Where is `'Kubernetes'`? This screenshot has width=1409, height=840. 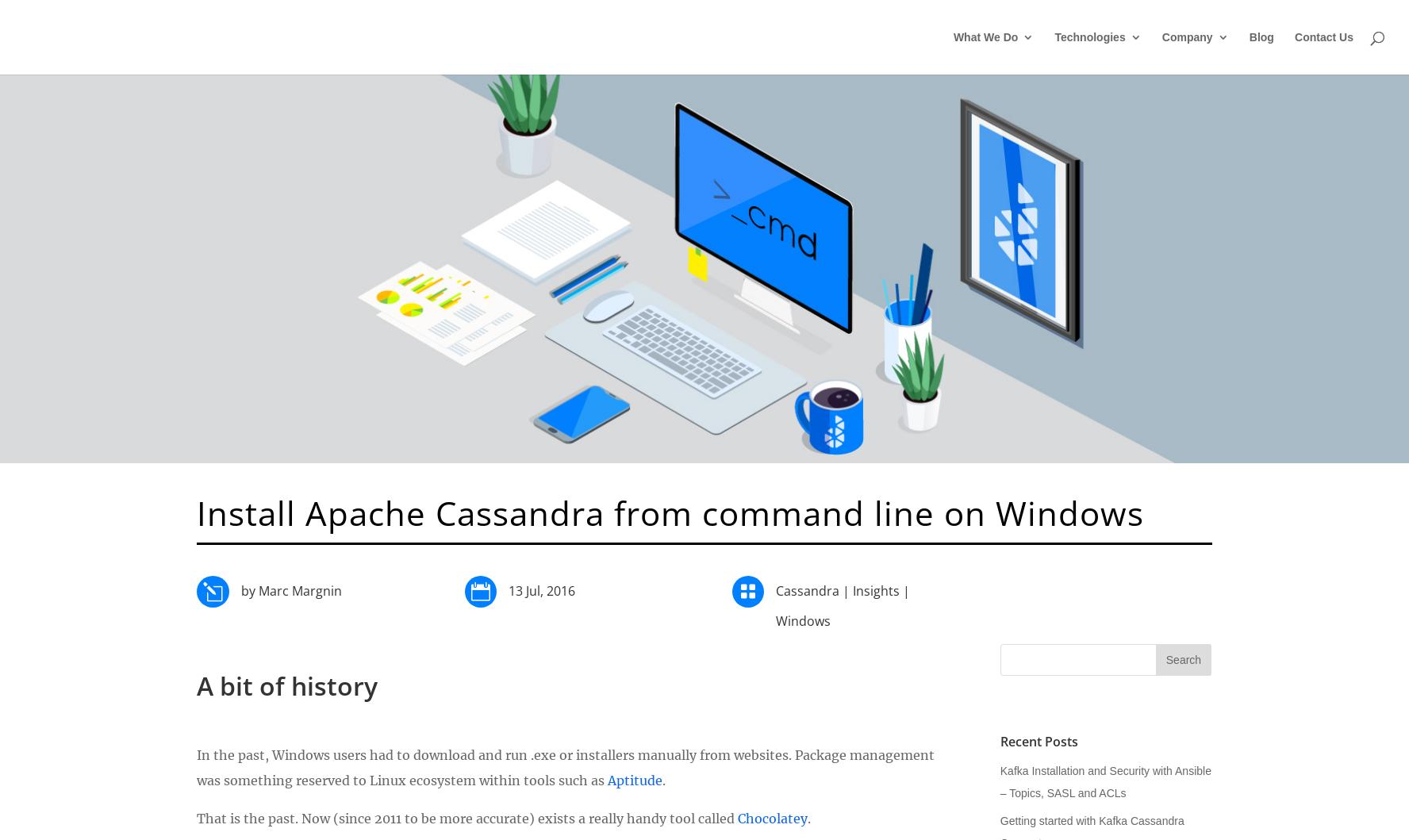 'Kubernetes' is located at coordinates (1306, 139).